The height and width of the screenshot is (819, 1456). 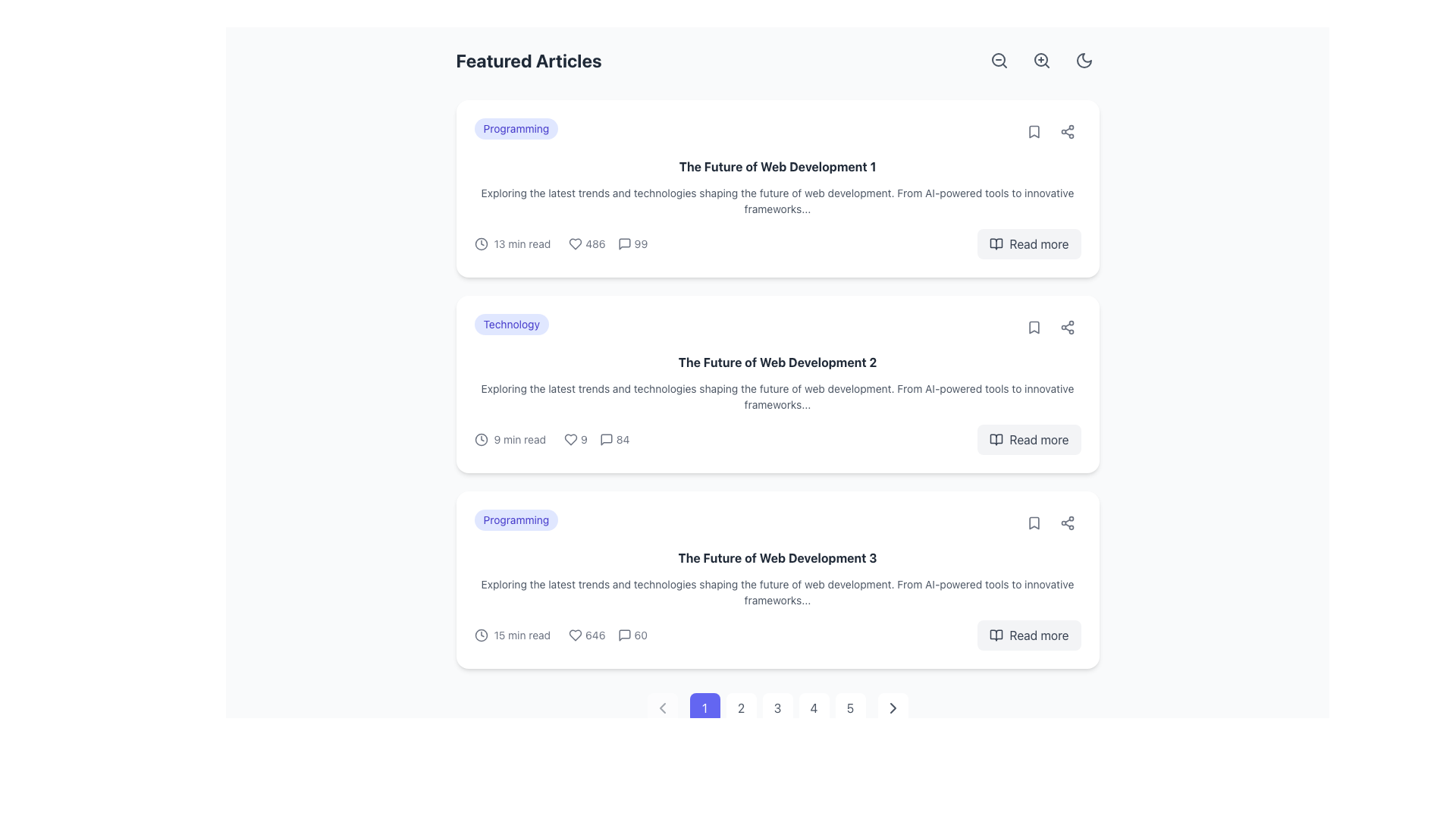 I want to click on the numbered button with the text '3', which is styled as a rounded square and is the third button in a horizontal pagination control group, so click(x=777, y=708).